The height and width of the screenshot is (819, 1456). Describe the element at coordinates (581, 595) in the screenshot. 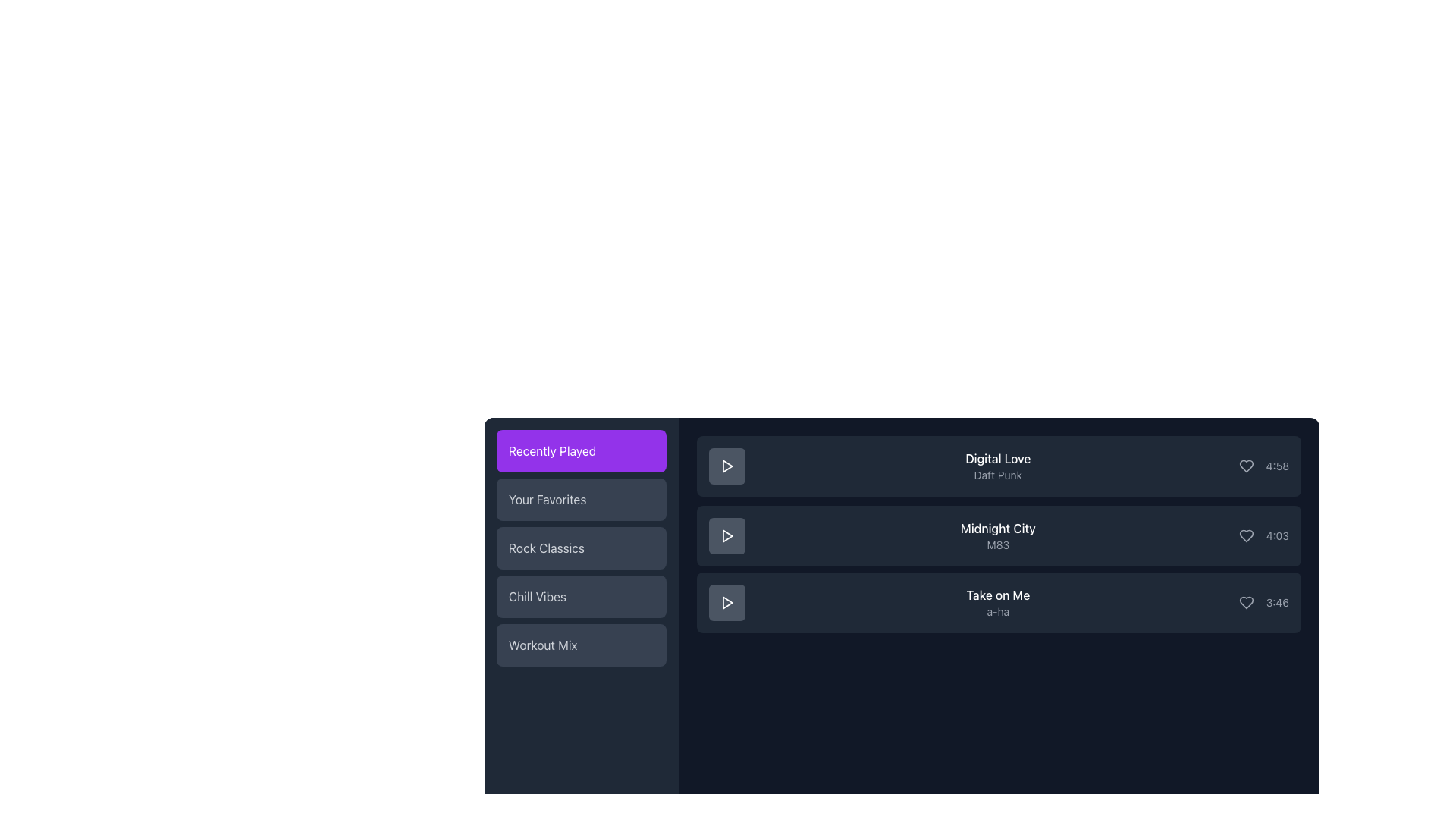

I see `the 'Chill Vibes' button, which is the fourth item in the vertical list of interactive buttons in the sidebar, located below 'Rock Classics' and above 'Workout Mix'` at that location.